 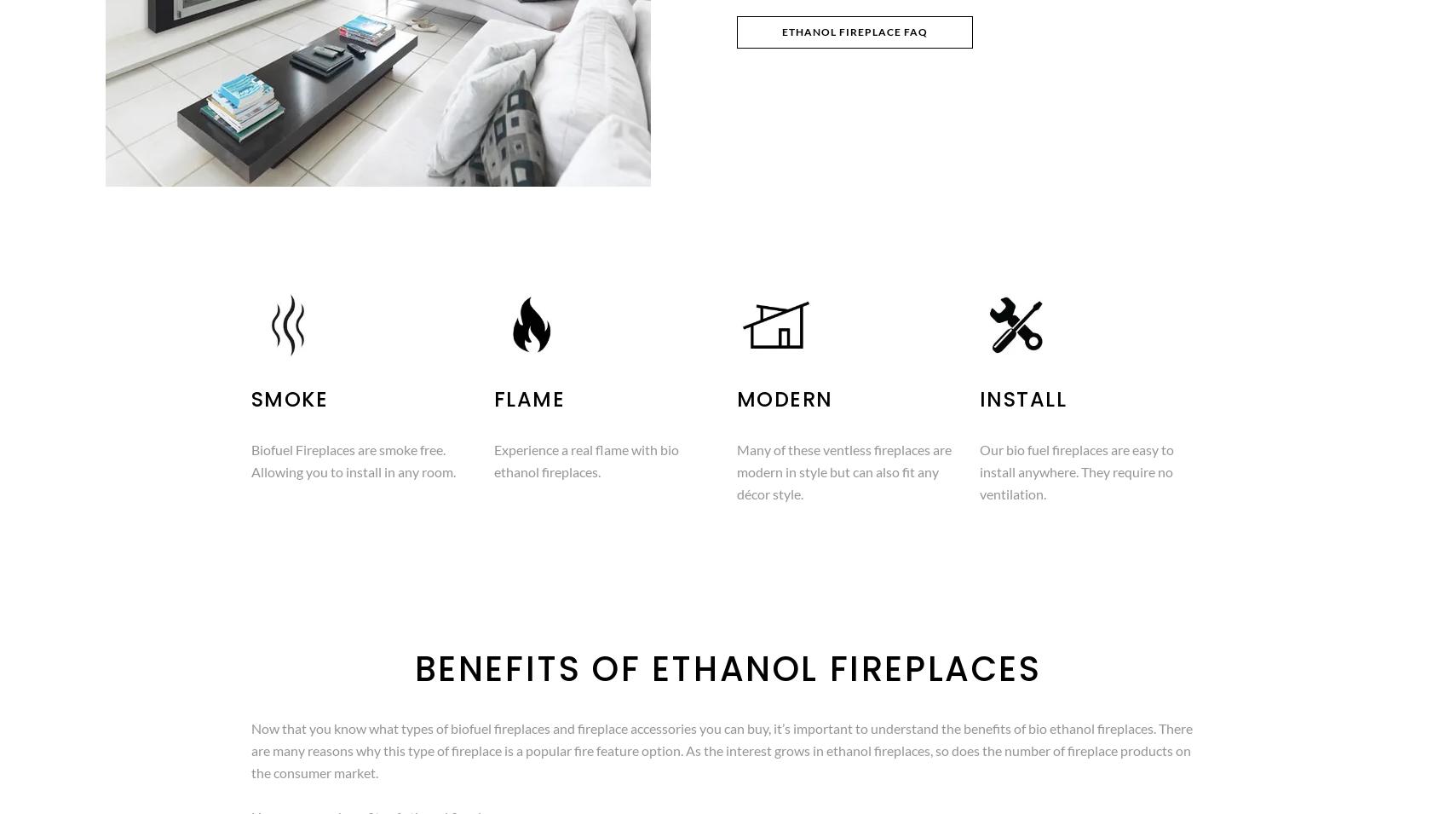 I want to click on 'Experience a real flame with bio ethanol fireplaces.', so click(x=584, y=460).